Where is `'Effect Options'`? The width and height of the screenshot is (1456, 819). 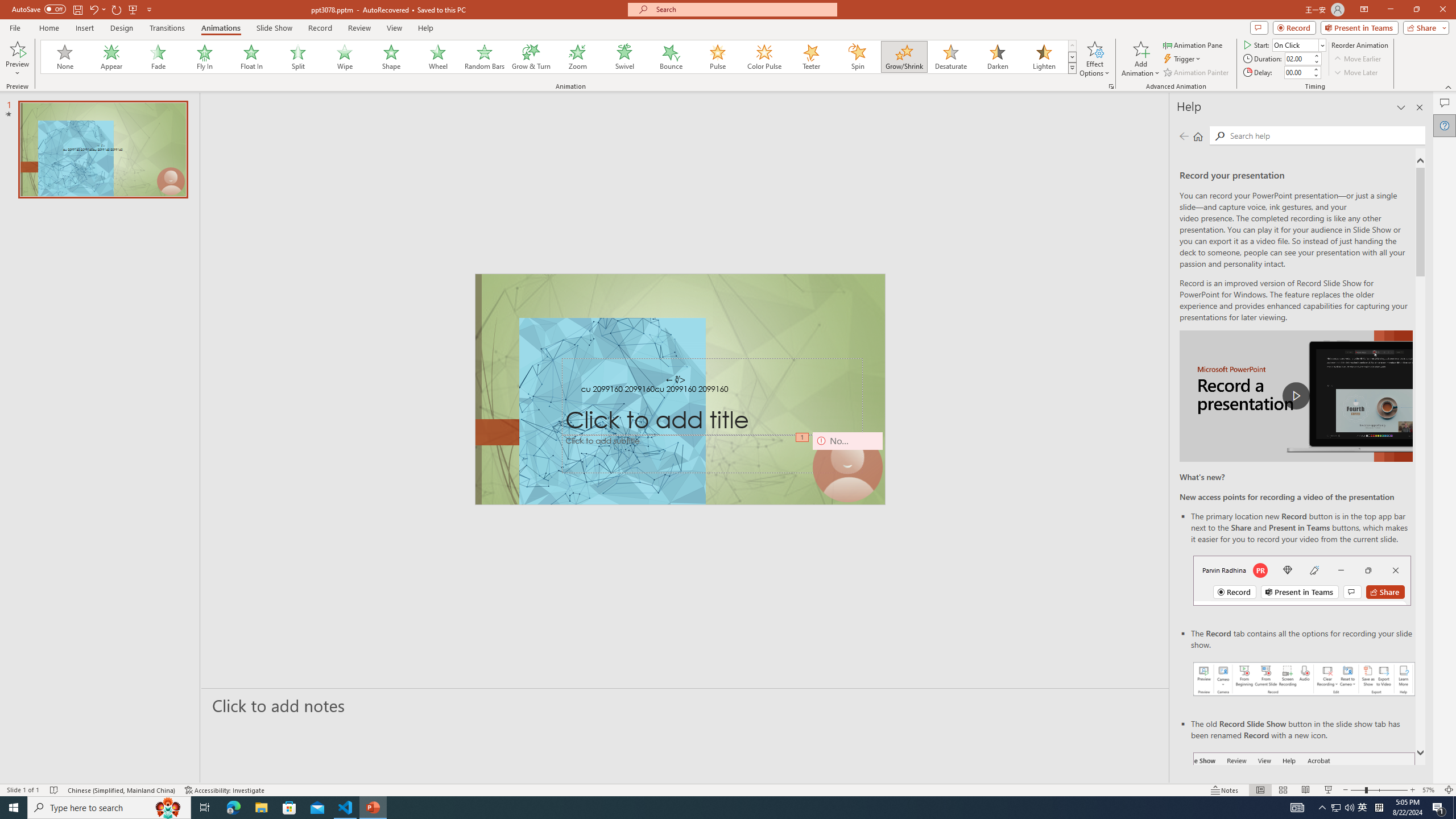 'Effect Options' is located at coordinates (1094, 59).